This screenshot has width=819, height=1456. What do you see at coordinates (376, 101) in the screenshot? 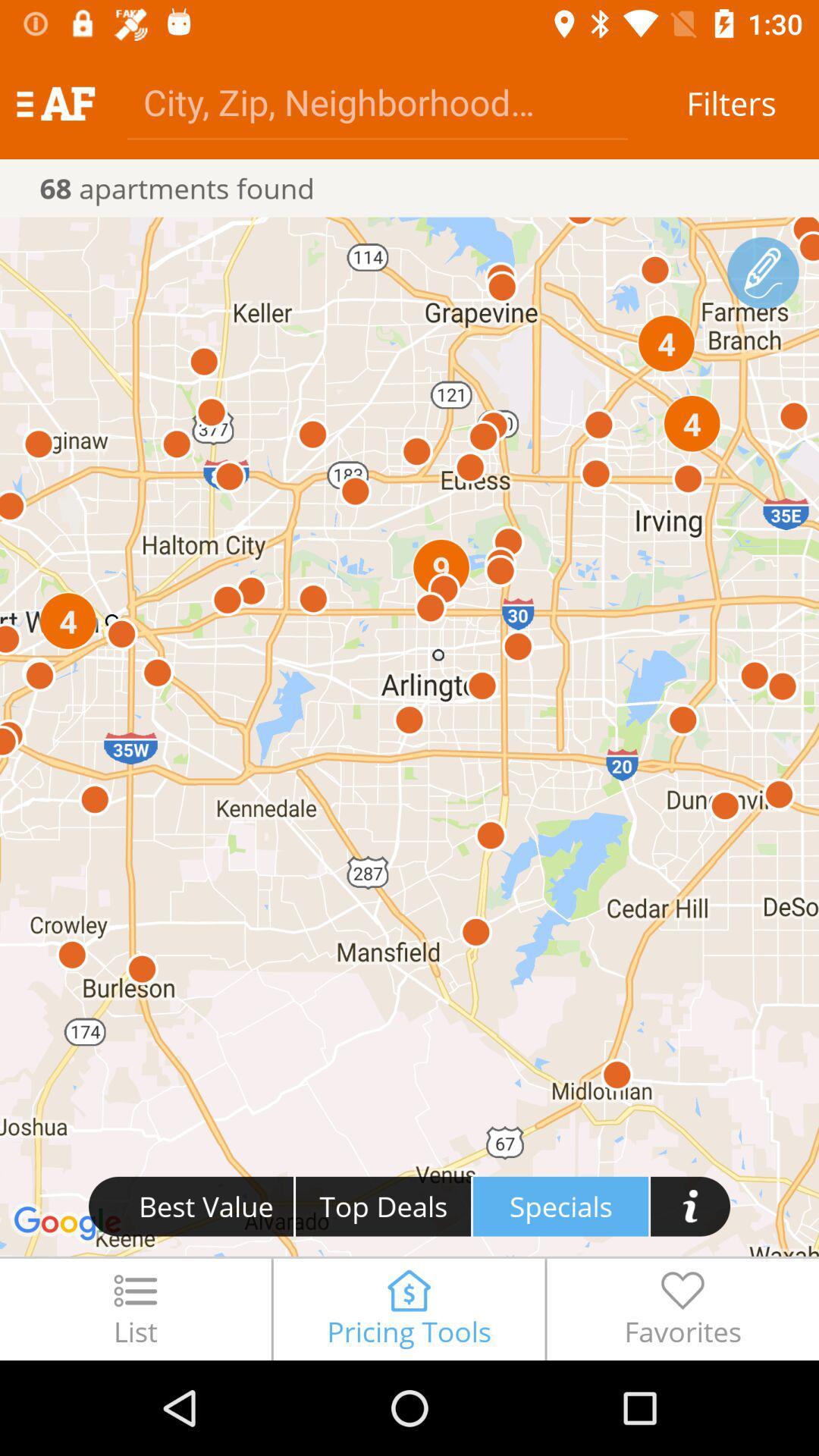
I see `city zip neighborhood` at bounding box center [376, 101].